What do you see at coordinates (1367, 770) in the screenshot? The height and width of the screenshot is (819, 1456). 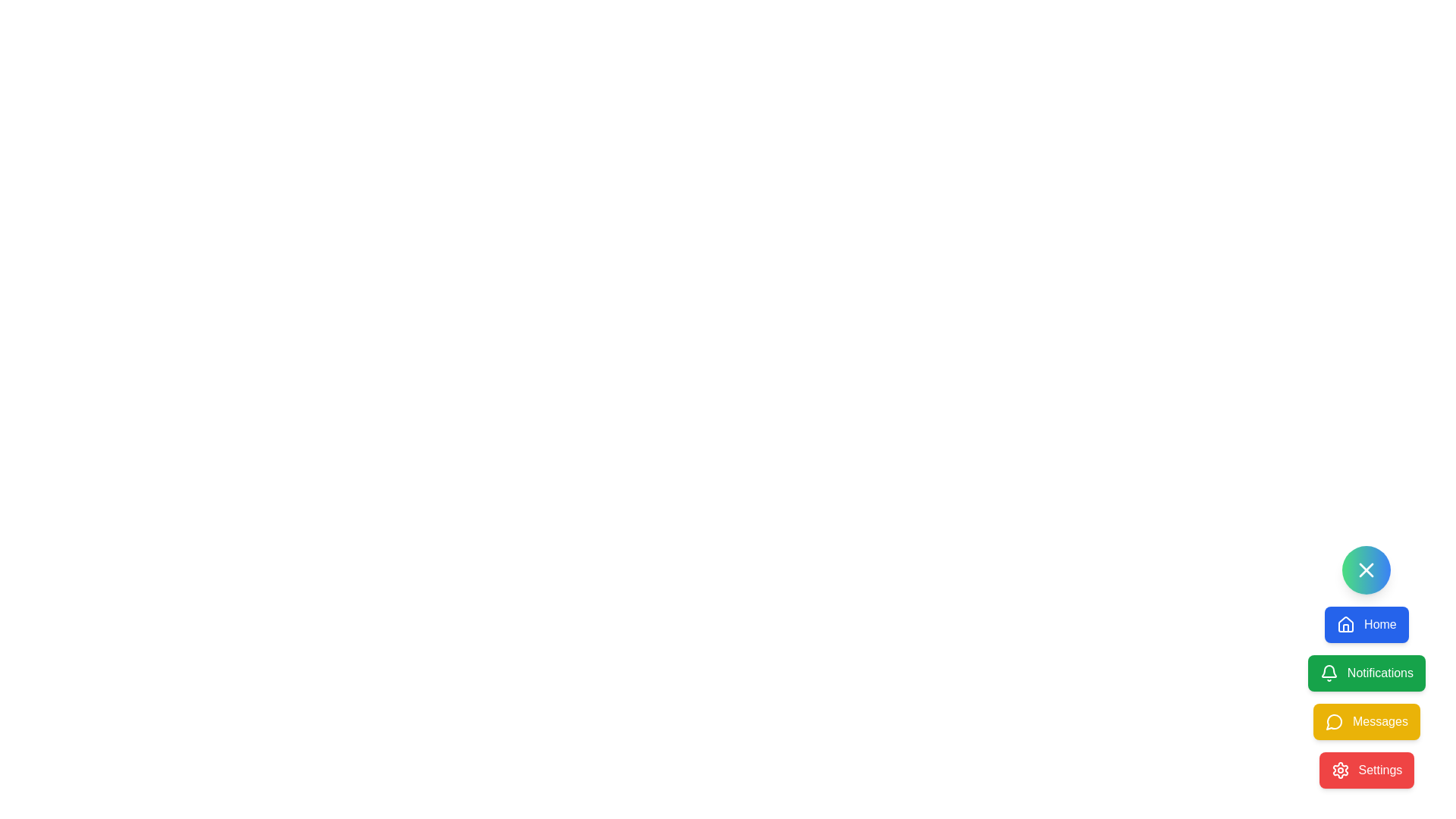 I see `the fourth button in the vertical stack on the right side of the interface` at bounding box center [1367, 770].